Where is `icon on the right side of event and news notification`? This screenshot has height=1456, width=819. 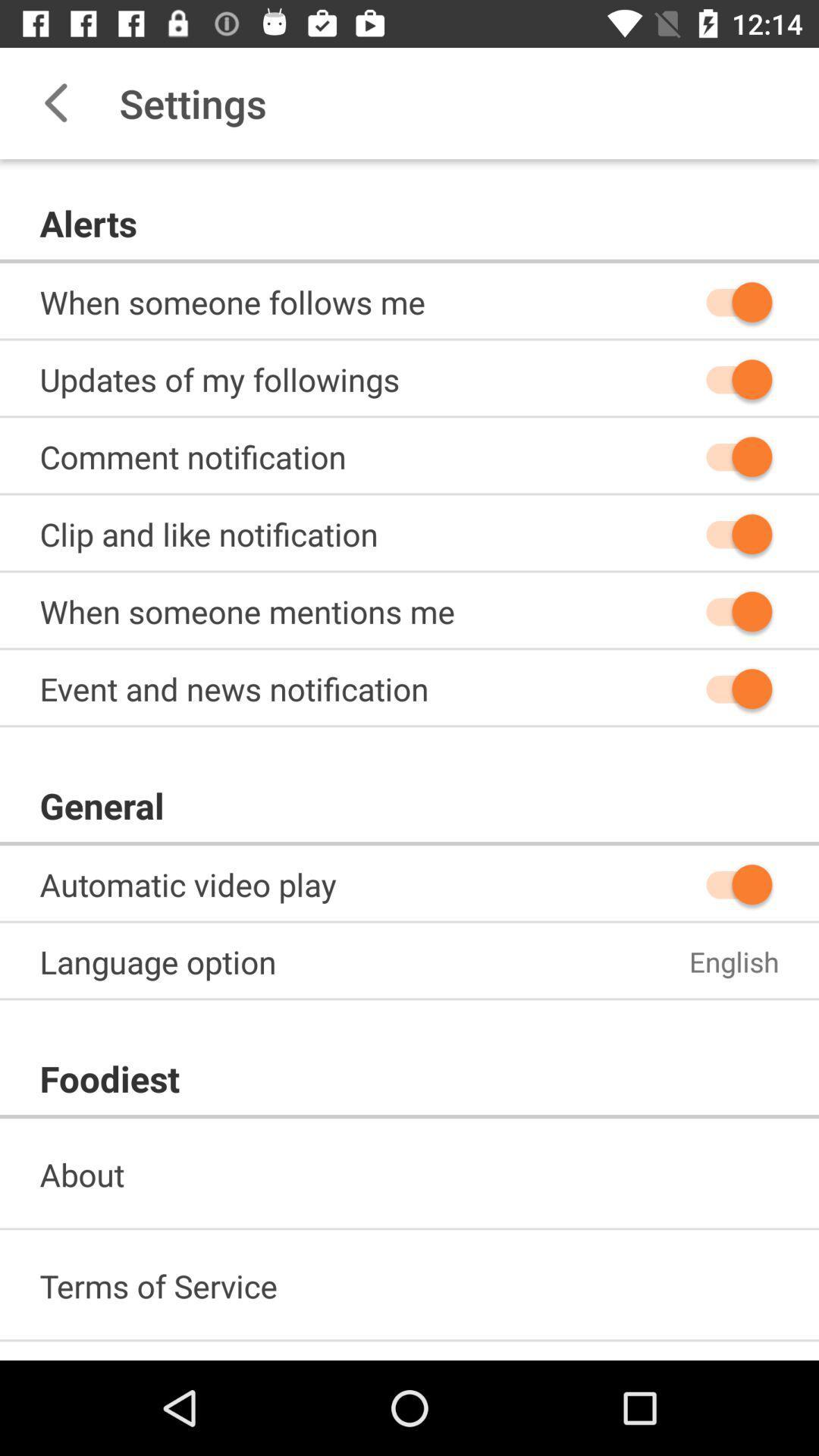 icon on the right side of event and news notification is located at coordinates (731, 687).